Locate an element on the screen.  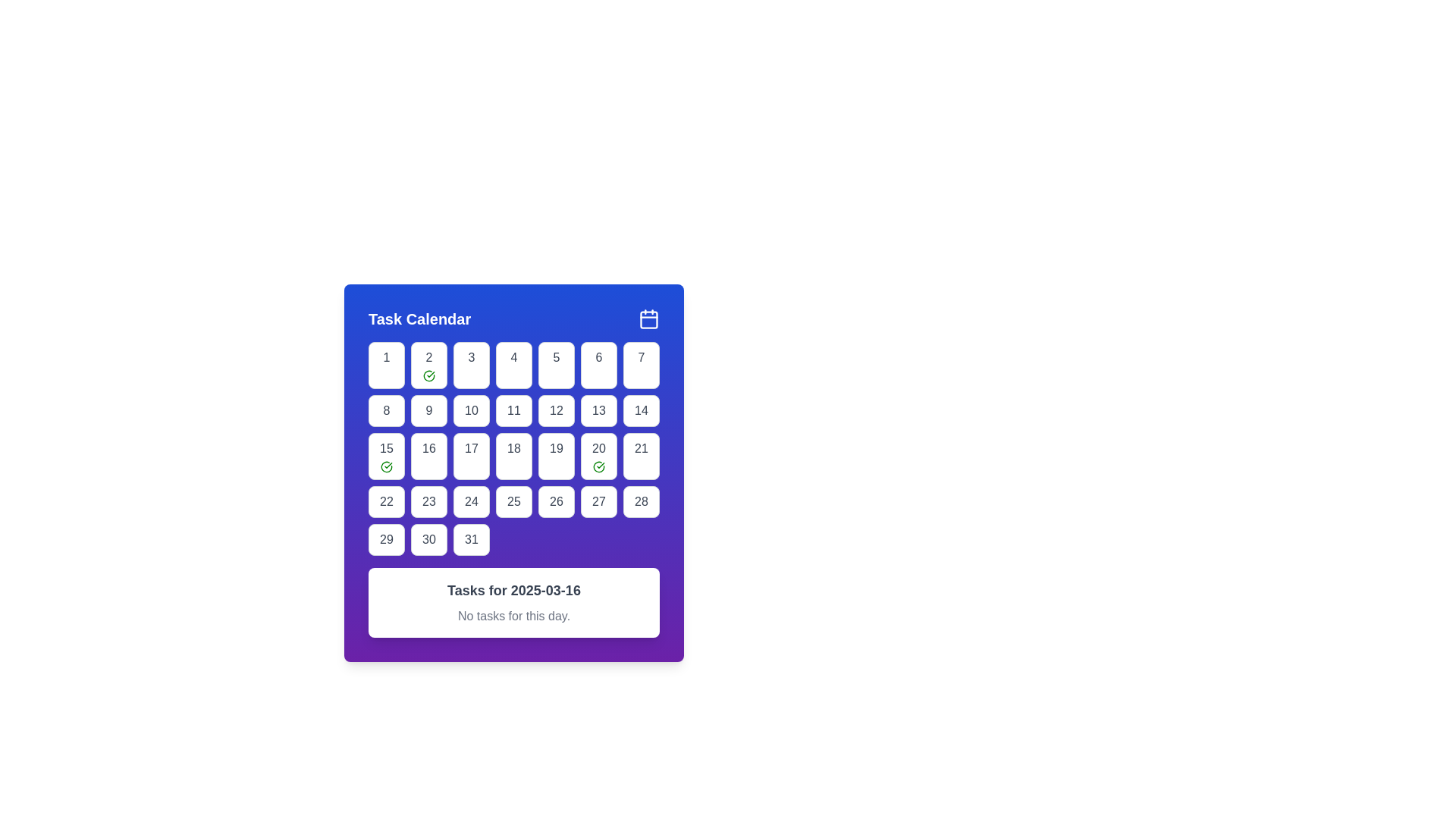
the button displaying the number '11' in a bold font, located in the second row and fourth column of the calendar interface is located at coordinates (513, 411).